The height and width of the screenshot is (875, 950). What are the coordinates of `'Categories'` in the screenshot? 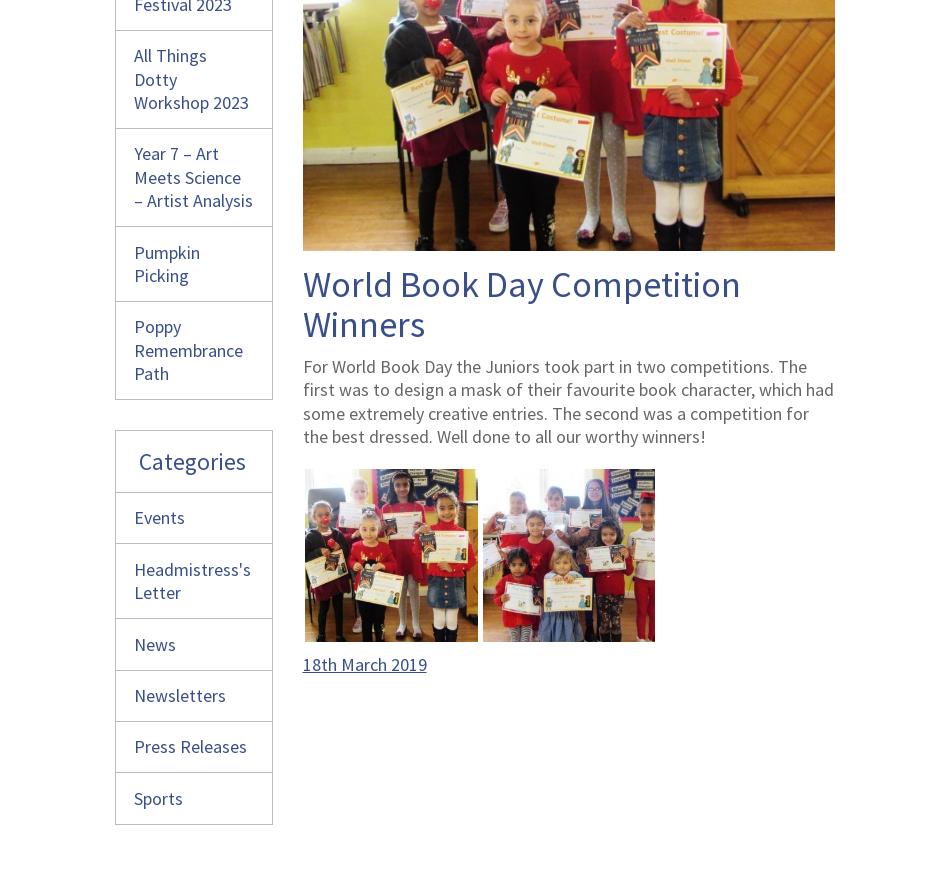 It's located at (192, 460).